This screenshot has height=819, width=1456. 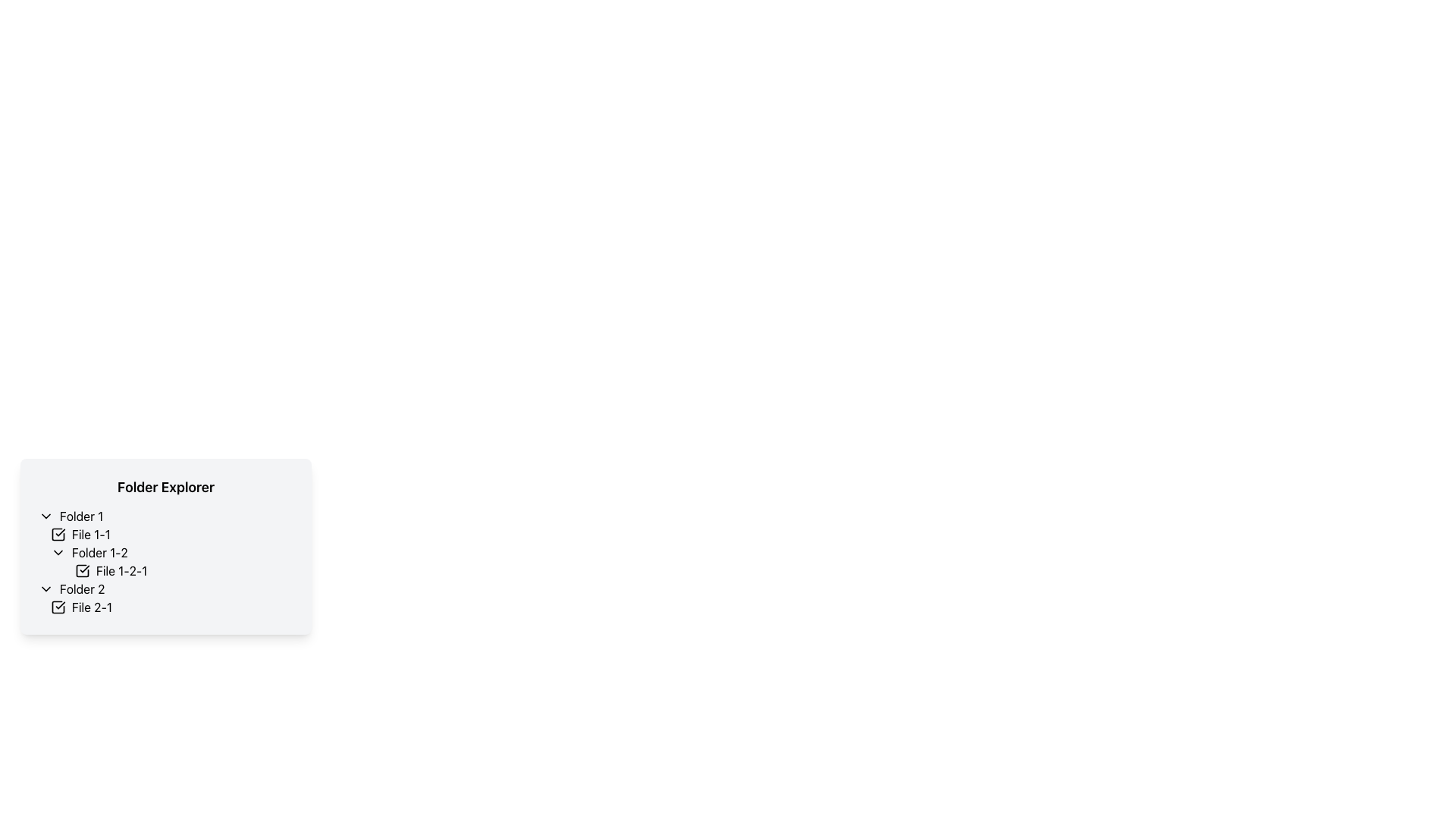 What do you see at coordinates (81, 588) in the screenshot?
I see `the text label displaying 'Folder 2'` at bounding box center [81, 588].